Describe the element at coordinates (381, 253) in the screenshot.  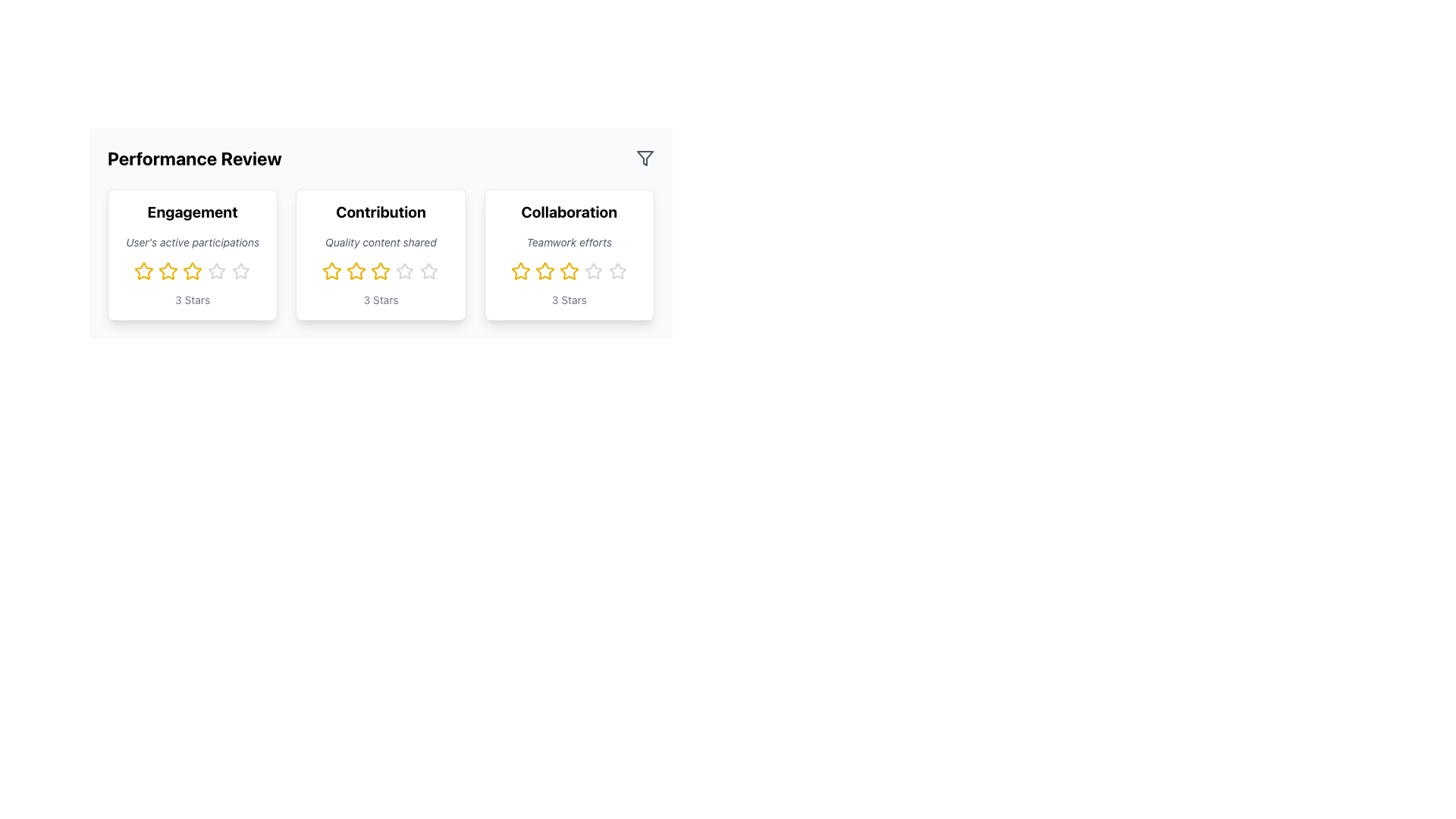
I see `the rating on the Contribution panel, which is the second section under the Performance Review heading, displaying an average 3-star rating` at that location.